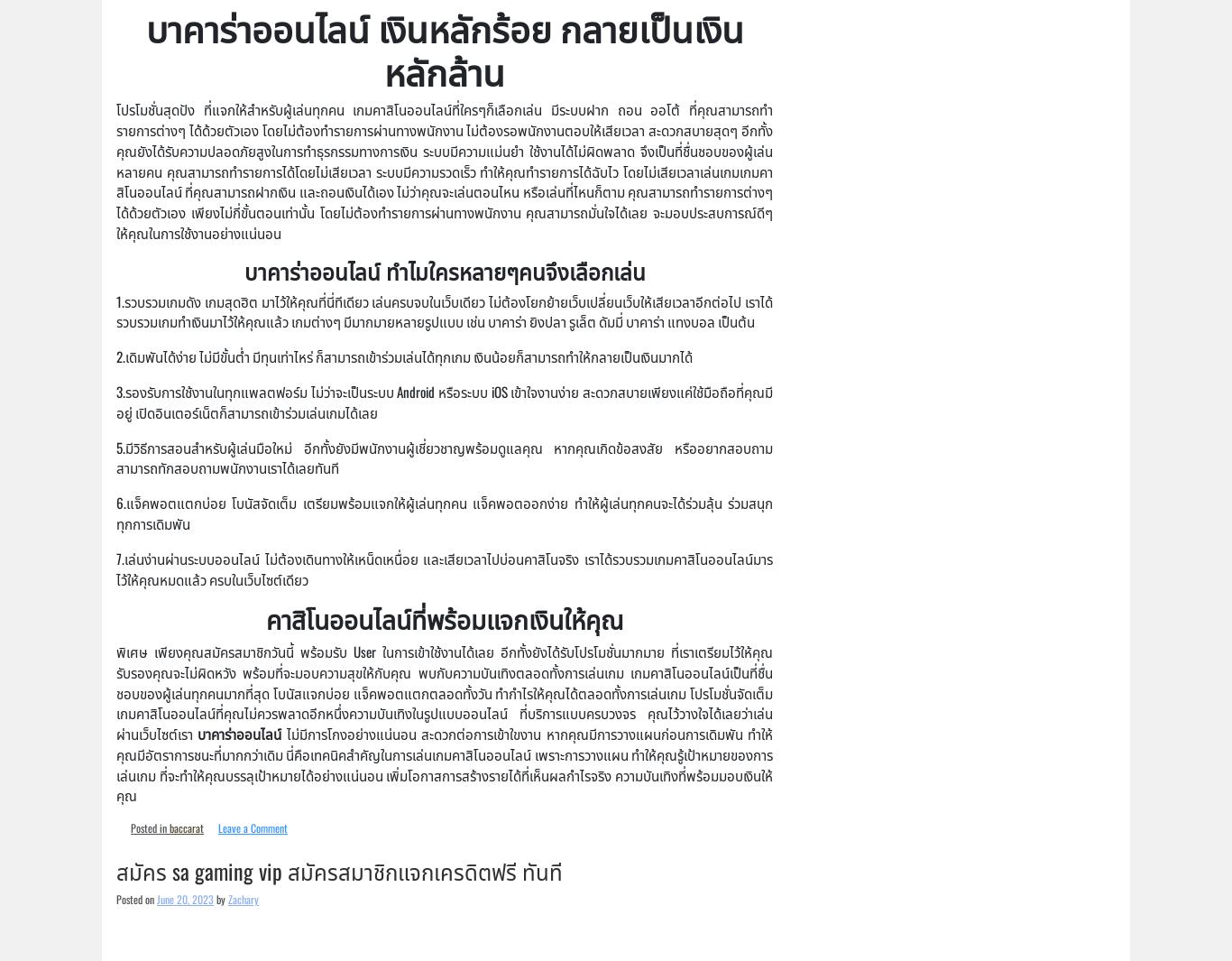 The image size is (1232, 961). What do you see at coordinates (403, 356) in the screenshot?
I see `'2.เดิมพันได้ง่าย ไม่มีขั้นต่ำ มีทุนเท่าไหร่ ก็สามารถเข้าร่วมเล่นได้ทุกเกม เงินน้อยก็สามารถทำให้กลายเป็นเงินมากได้'` at bounding box center [403, 356].